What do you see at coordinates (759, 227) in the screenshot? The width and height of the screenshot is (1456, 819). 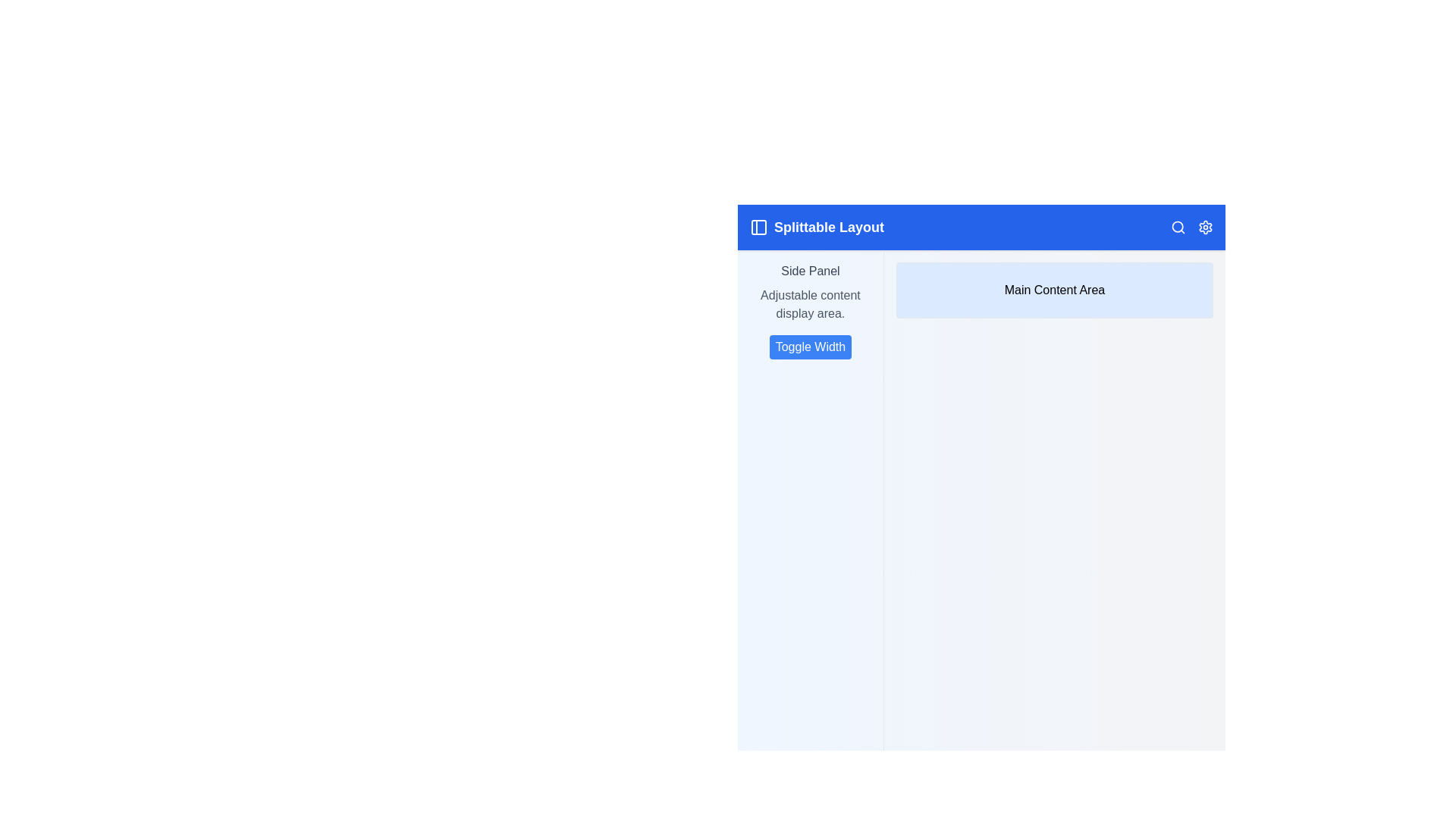 I see `the square-shaped icon with a blue outline and white fill located at the top-left of the blue navigation bar, left of the text 'Splittable Layout' to trigger the tooltip or visual effect` at bounding box center [759, 227].